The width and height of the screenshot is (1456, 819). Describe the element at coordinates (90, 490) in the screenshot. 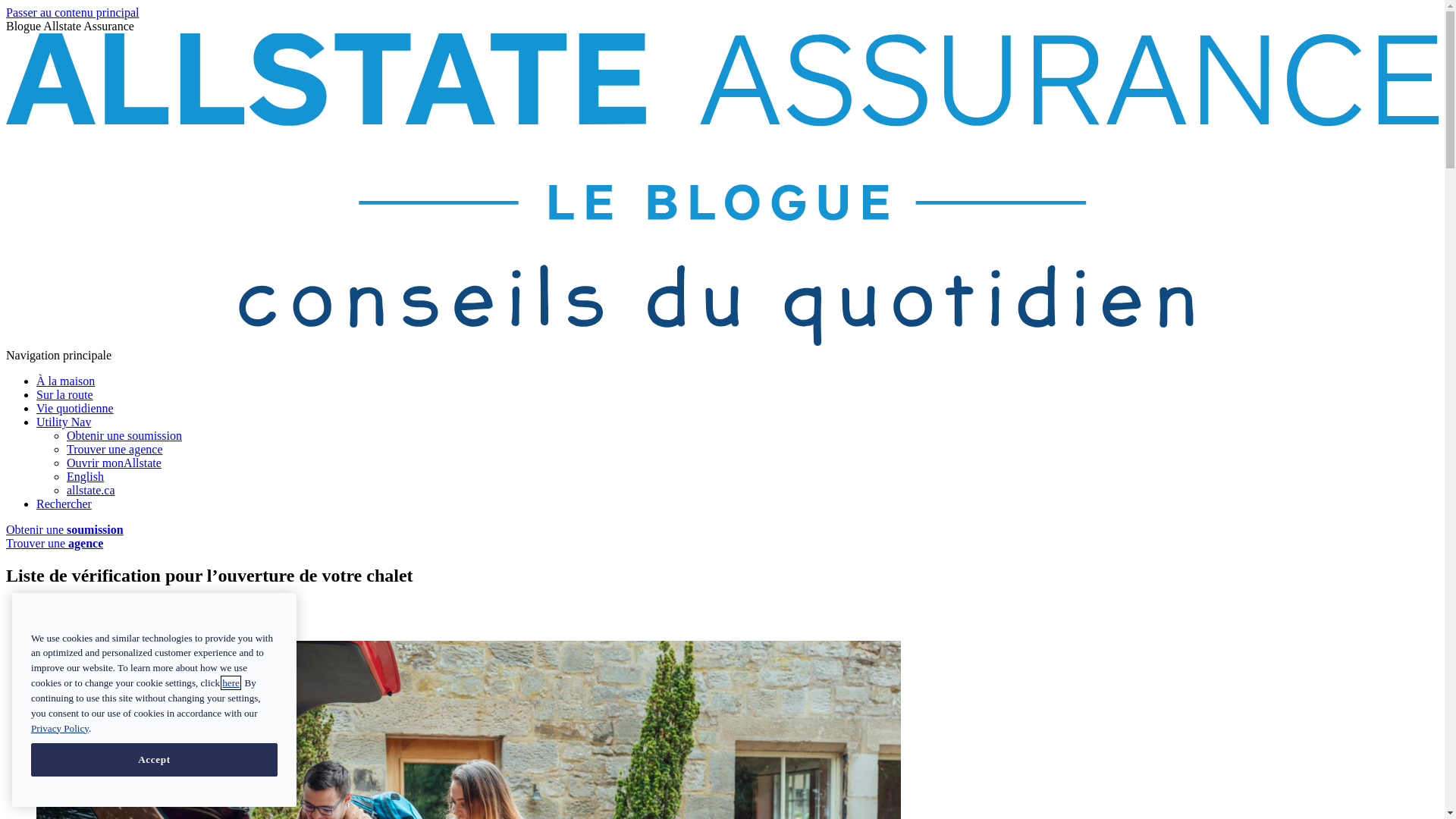

I see `'allstate.ca'` at that location.